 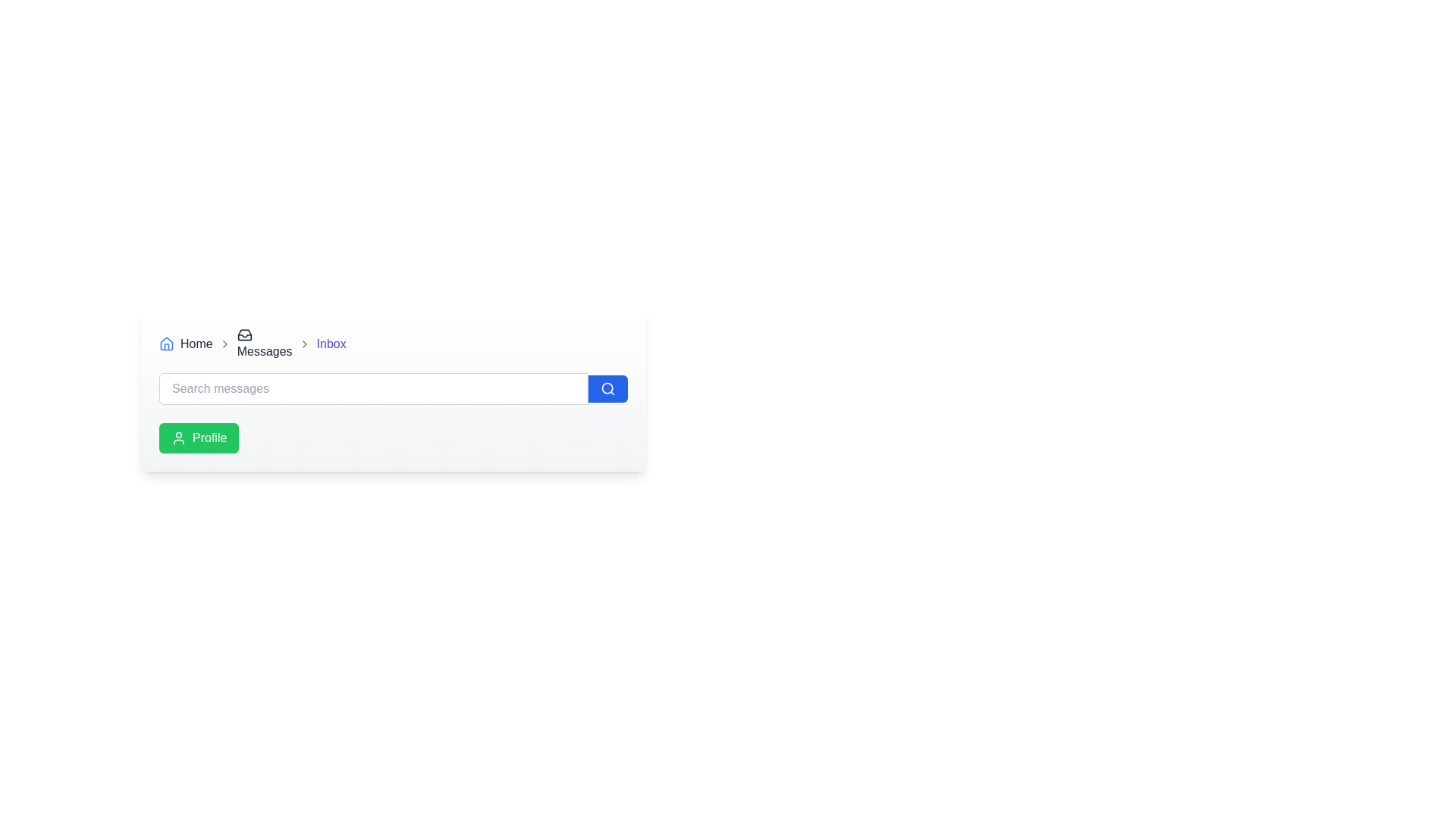 What do you see at coordinates (303, 344) in the screenshot?
I see `the right-facing gray chevron icon located after the 'Inbox' text in the breadcrumb navigation bar, which is the third icon from the left` at bounding box center [303, 344].